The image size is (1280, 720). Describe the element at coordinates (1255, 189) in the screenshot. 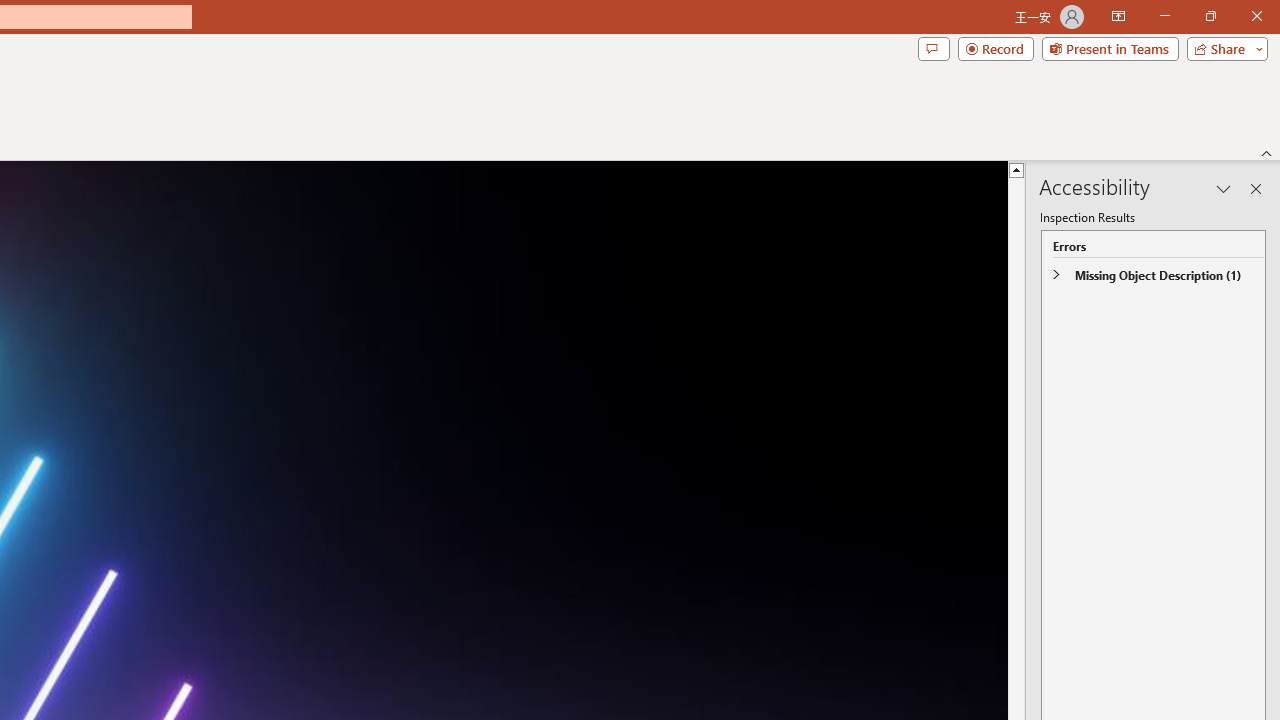

I see `'Close pane'` at that location.